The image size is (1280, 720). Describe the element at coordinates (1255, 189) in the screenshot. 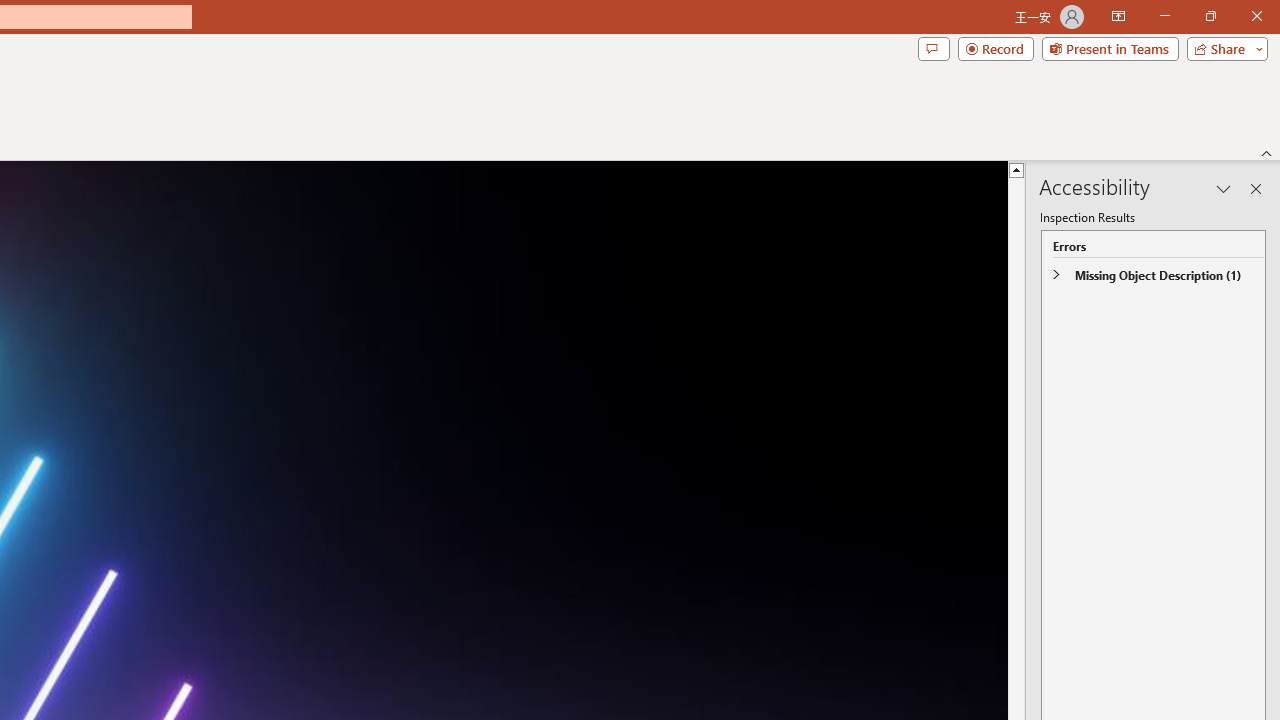

I see `'Close pane'` at that location.